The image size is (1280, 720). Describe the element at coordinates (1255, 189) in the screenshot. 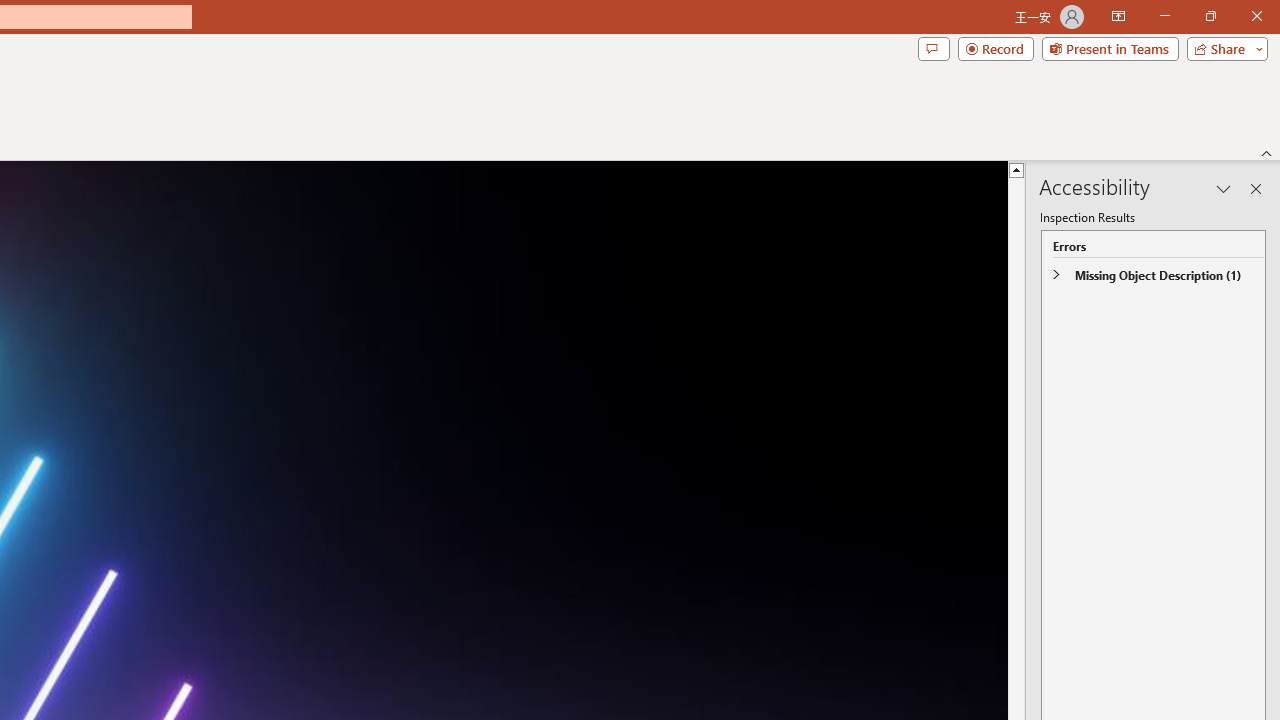

I see `'Close pane'` at that location.